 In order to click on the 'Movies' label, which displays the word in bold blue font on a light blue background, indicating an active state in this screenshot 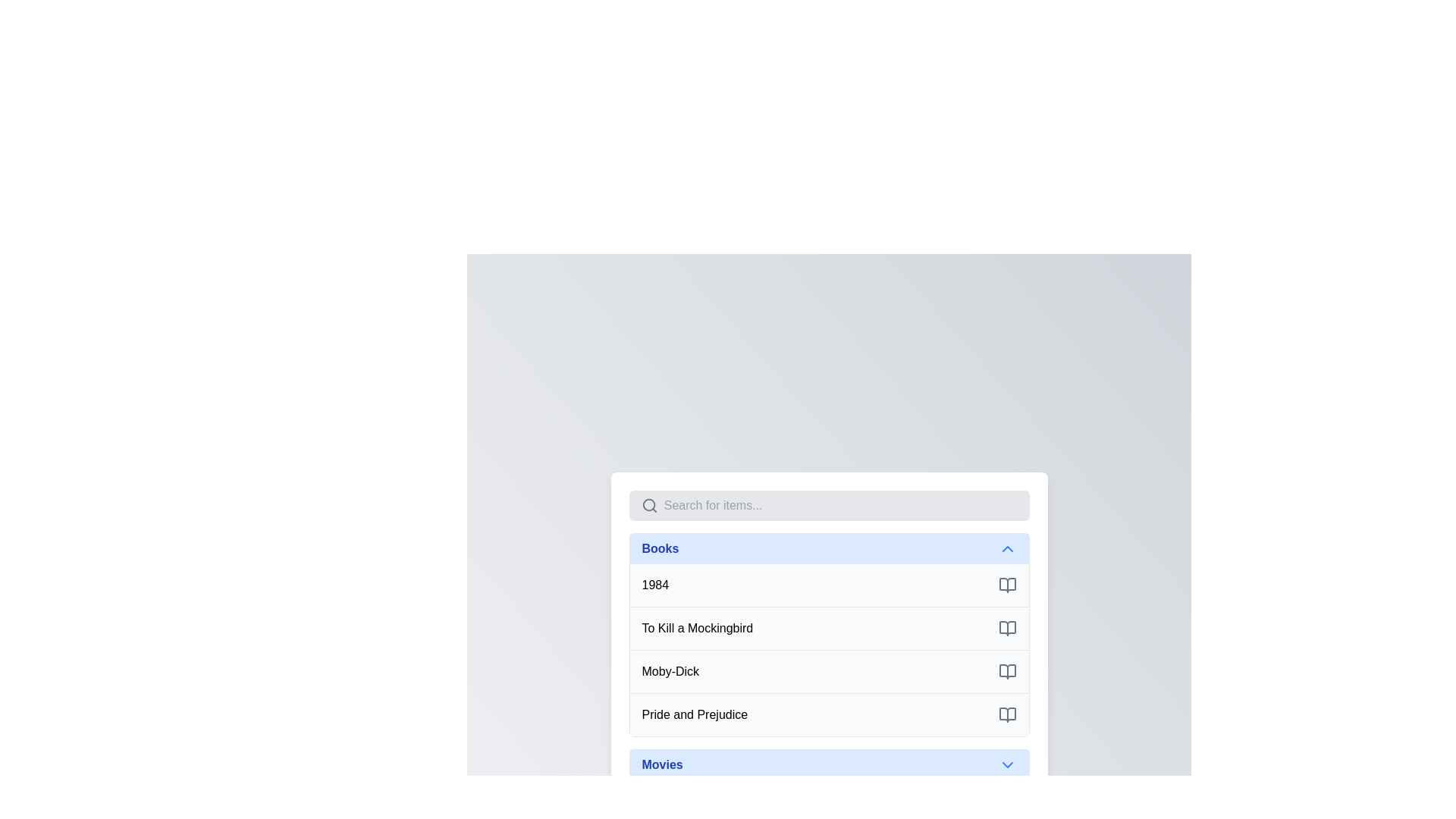, I will do `click(662, 764)`.